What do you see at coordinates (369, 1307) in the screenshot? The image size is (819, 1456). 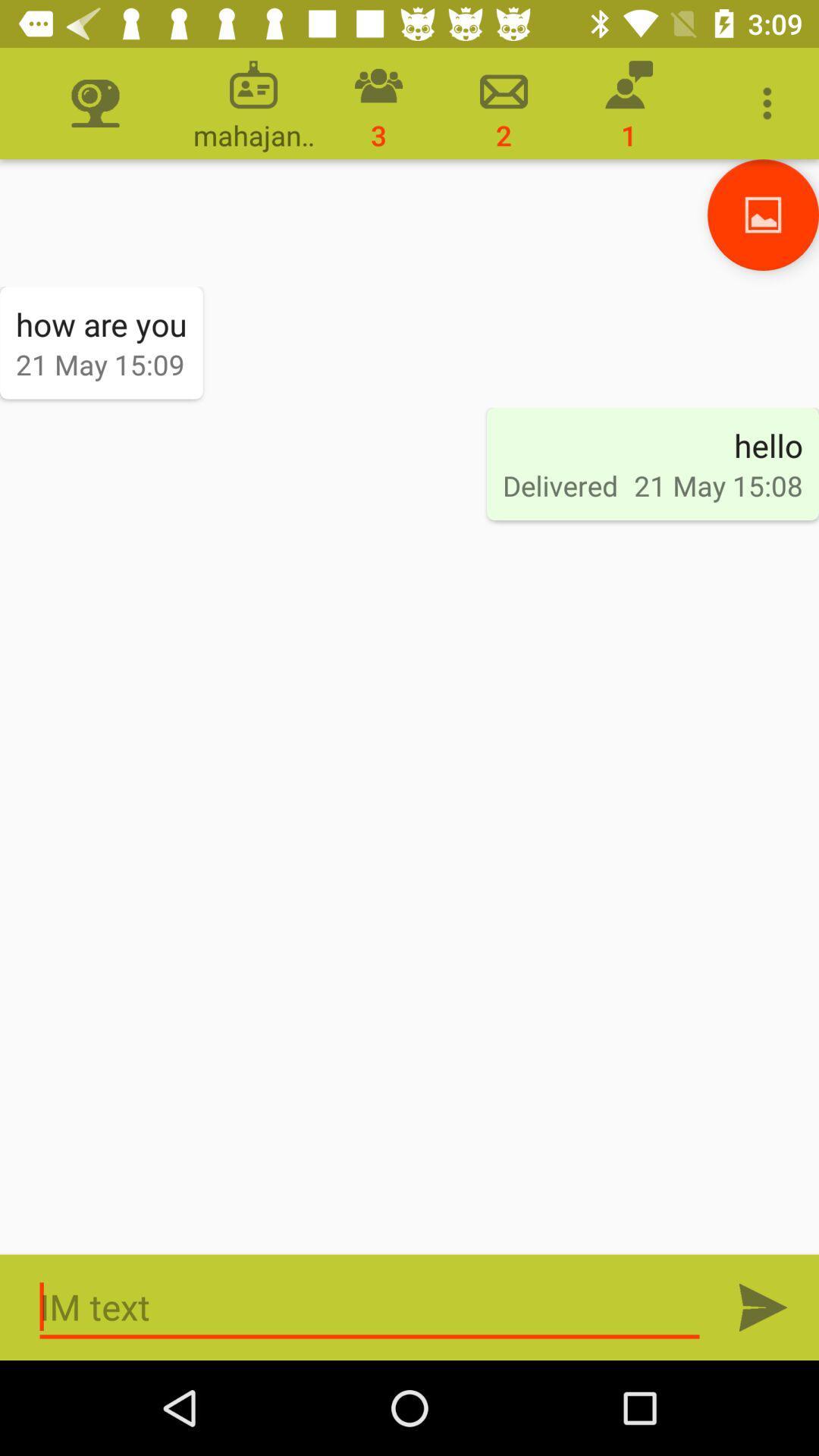 I see `text boxes` at bounding box center [369, 1307].